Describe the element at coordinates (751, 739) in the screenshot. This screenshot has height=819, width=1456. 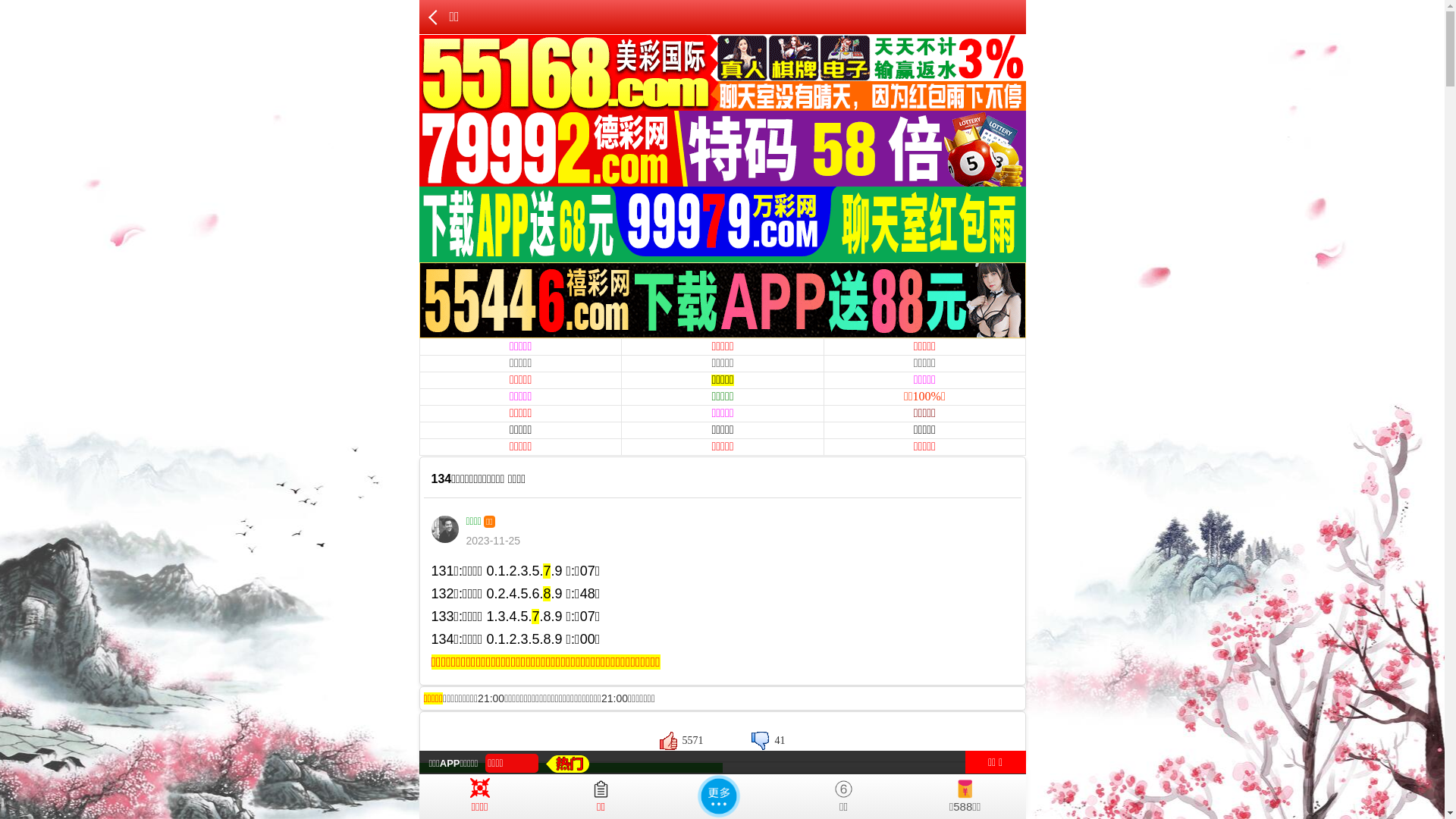
I see `'41'` at that location.